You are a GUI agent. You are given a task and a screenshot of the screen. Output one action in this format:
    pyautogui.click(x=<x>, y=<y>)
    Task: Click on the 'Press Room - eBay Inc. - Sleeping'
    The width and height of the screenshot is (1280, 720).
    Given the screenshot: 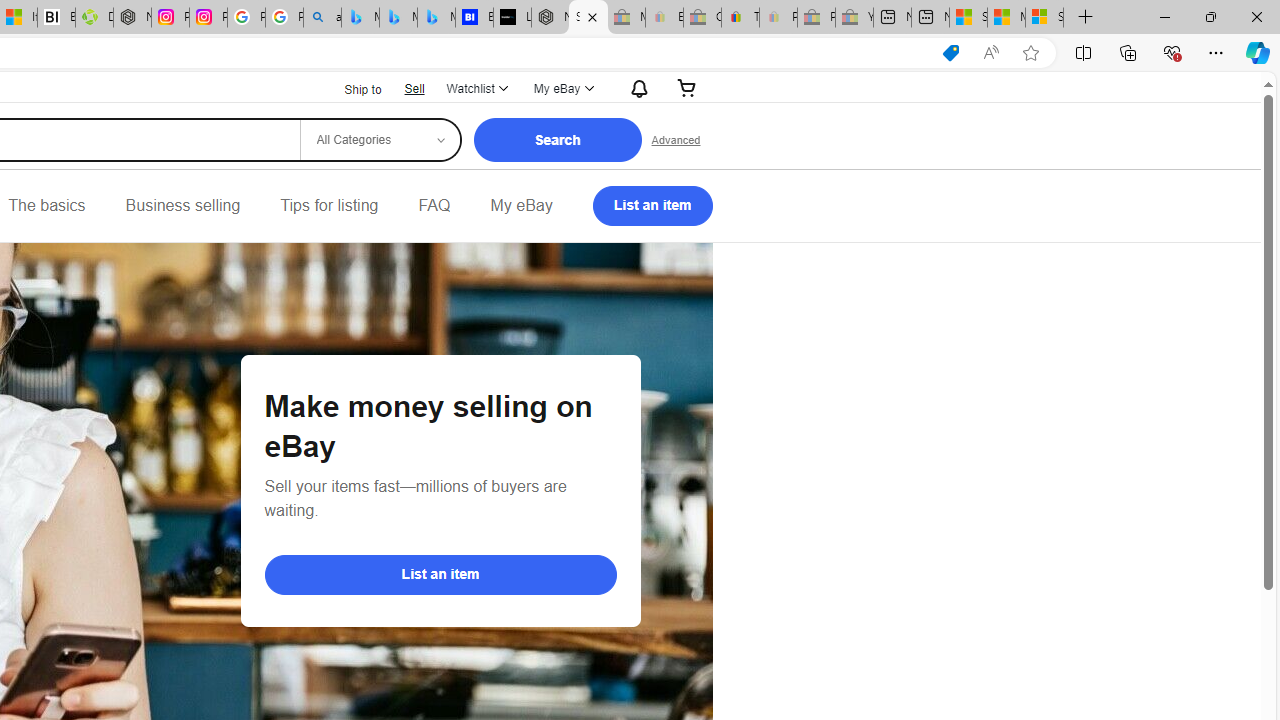 What is the action you would take?
    pyautogui.click(x=816, y=17)
    